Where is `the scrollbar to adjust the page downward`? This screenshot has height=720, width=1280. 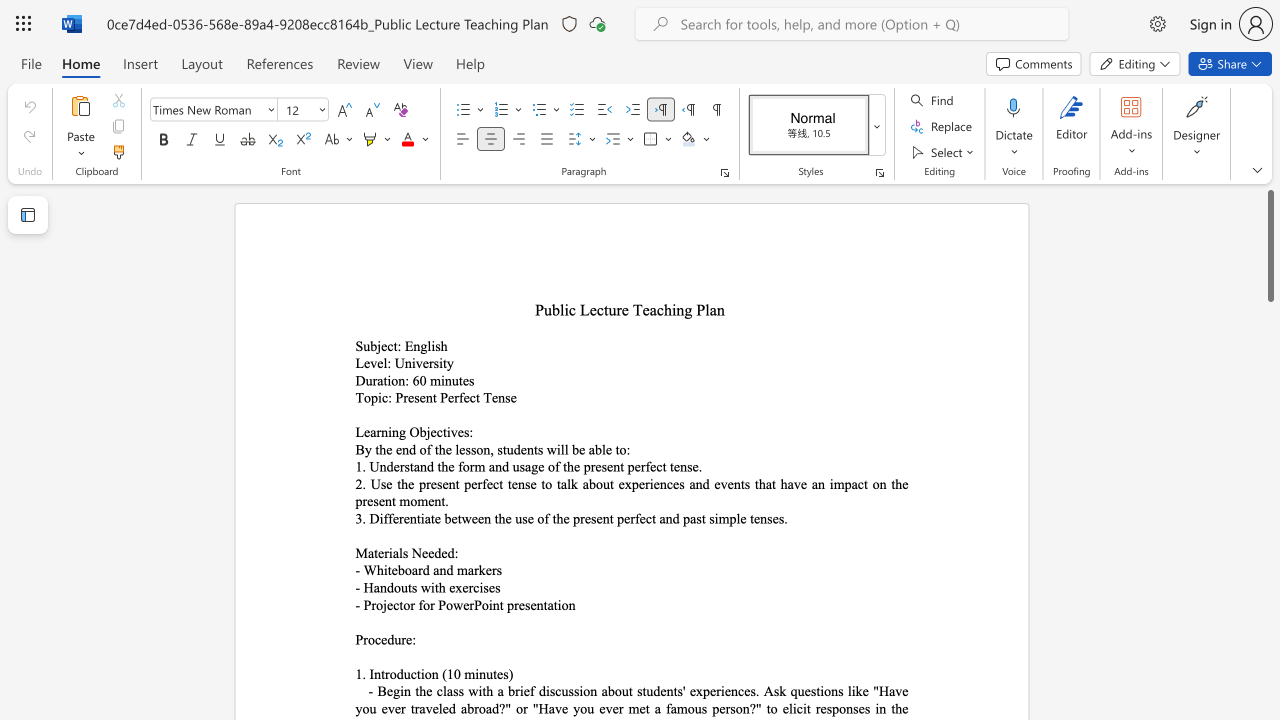 the scrollbar to adjust the page downward is located at coordinates (1269, 318).